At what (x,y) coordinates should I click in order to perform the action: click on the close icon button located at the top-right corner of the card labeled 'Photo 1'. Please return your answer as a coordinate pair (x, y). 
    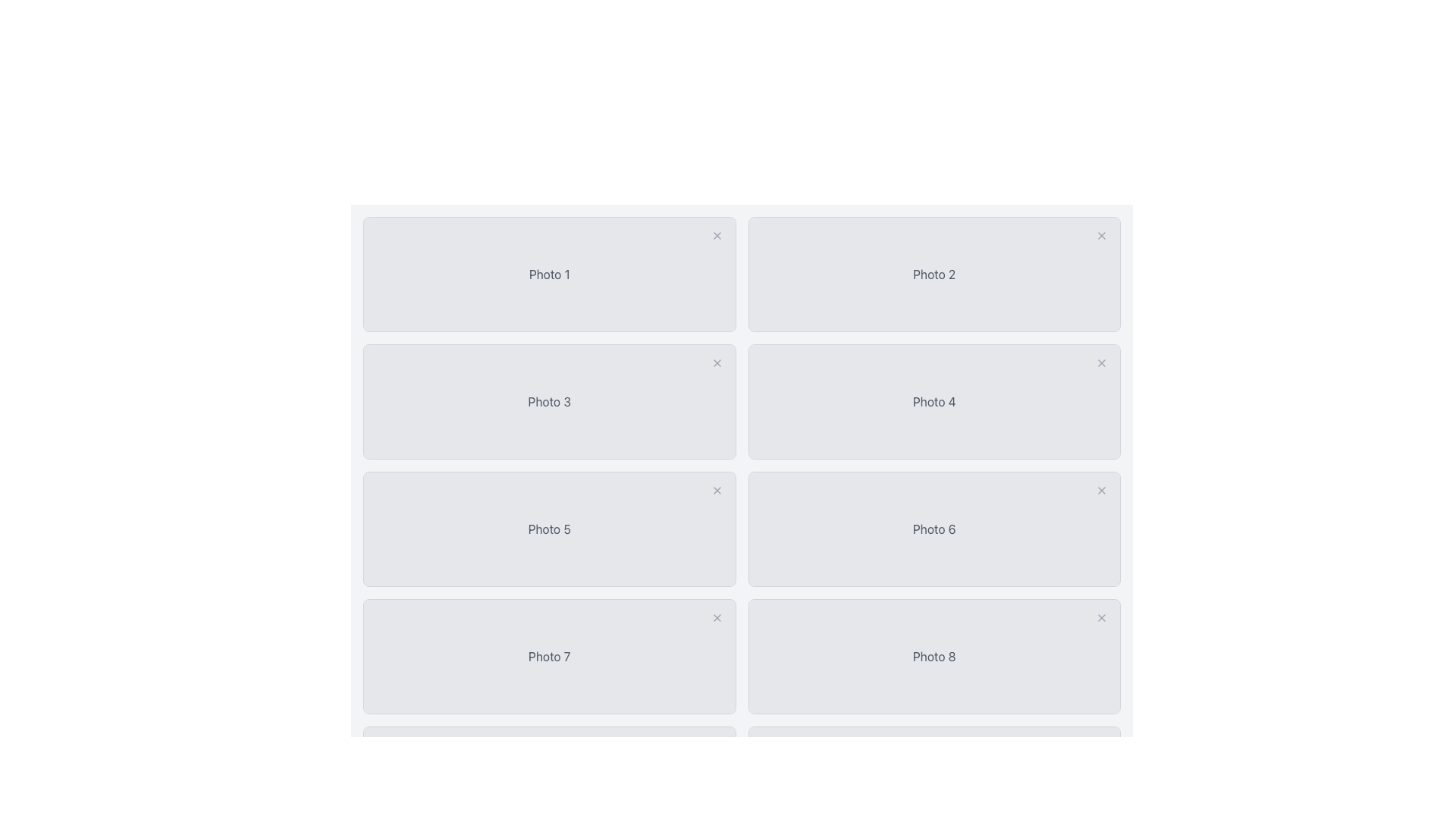
    Looking at the image, I should click on (716, 236).